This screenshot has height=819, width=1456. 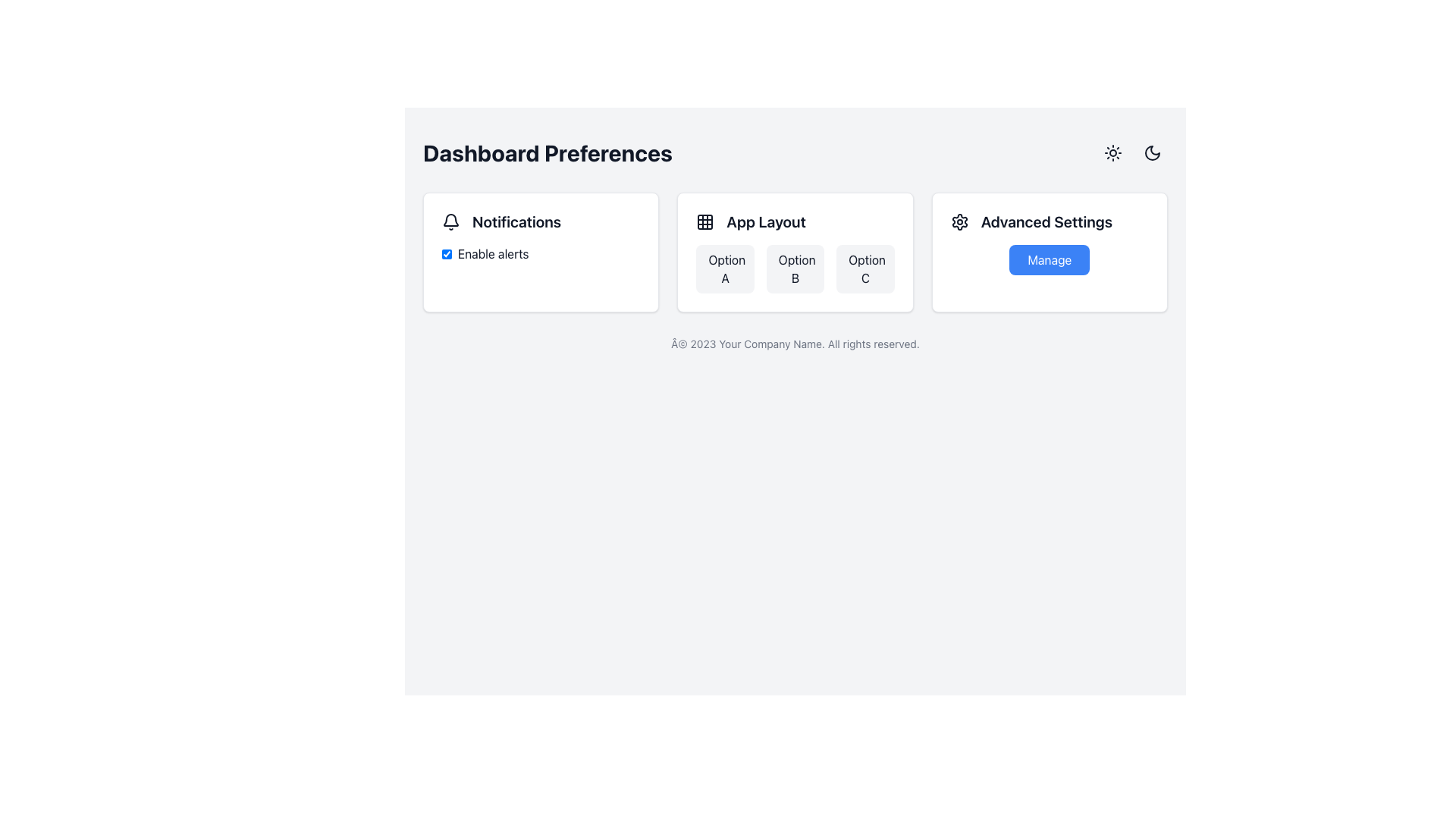 I want to click on the footer text label that reads '© 2023 Your Company Name. All rights reserved.', which is styled in small light gray font and centered at the bottom of the interface, so click(x=795, y=344).